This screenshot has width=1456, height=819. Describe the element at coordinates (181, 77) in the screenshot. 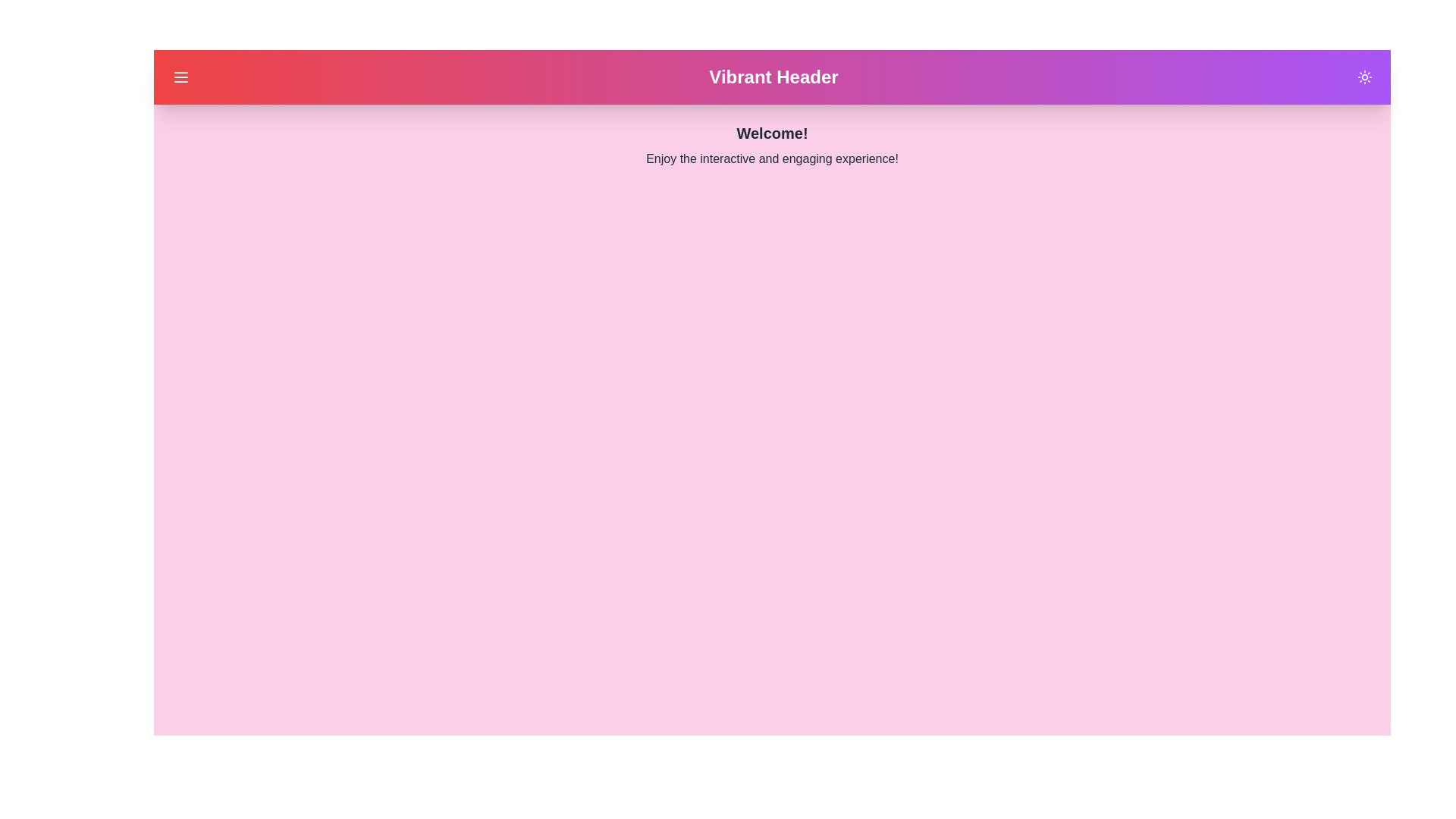

I see `the menu button in the top-left corner to open the menu` at that location.